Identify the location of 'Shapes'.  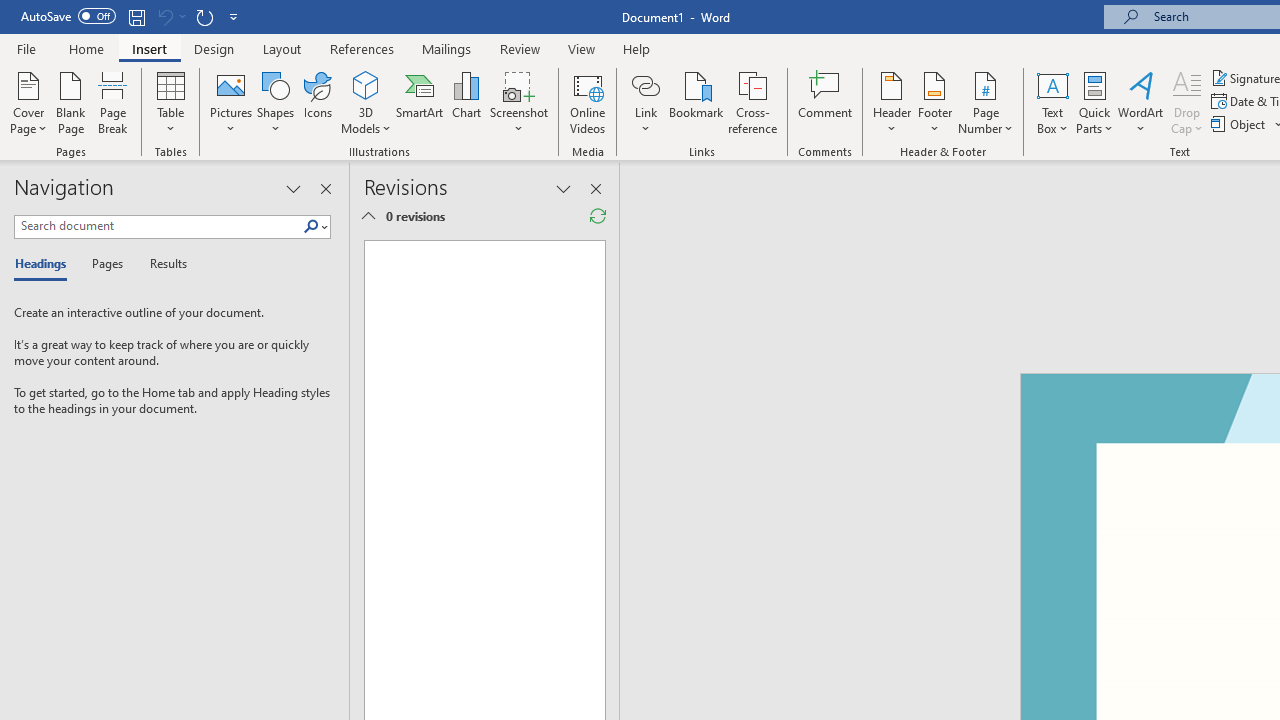
(274, 103).